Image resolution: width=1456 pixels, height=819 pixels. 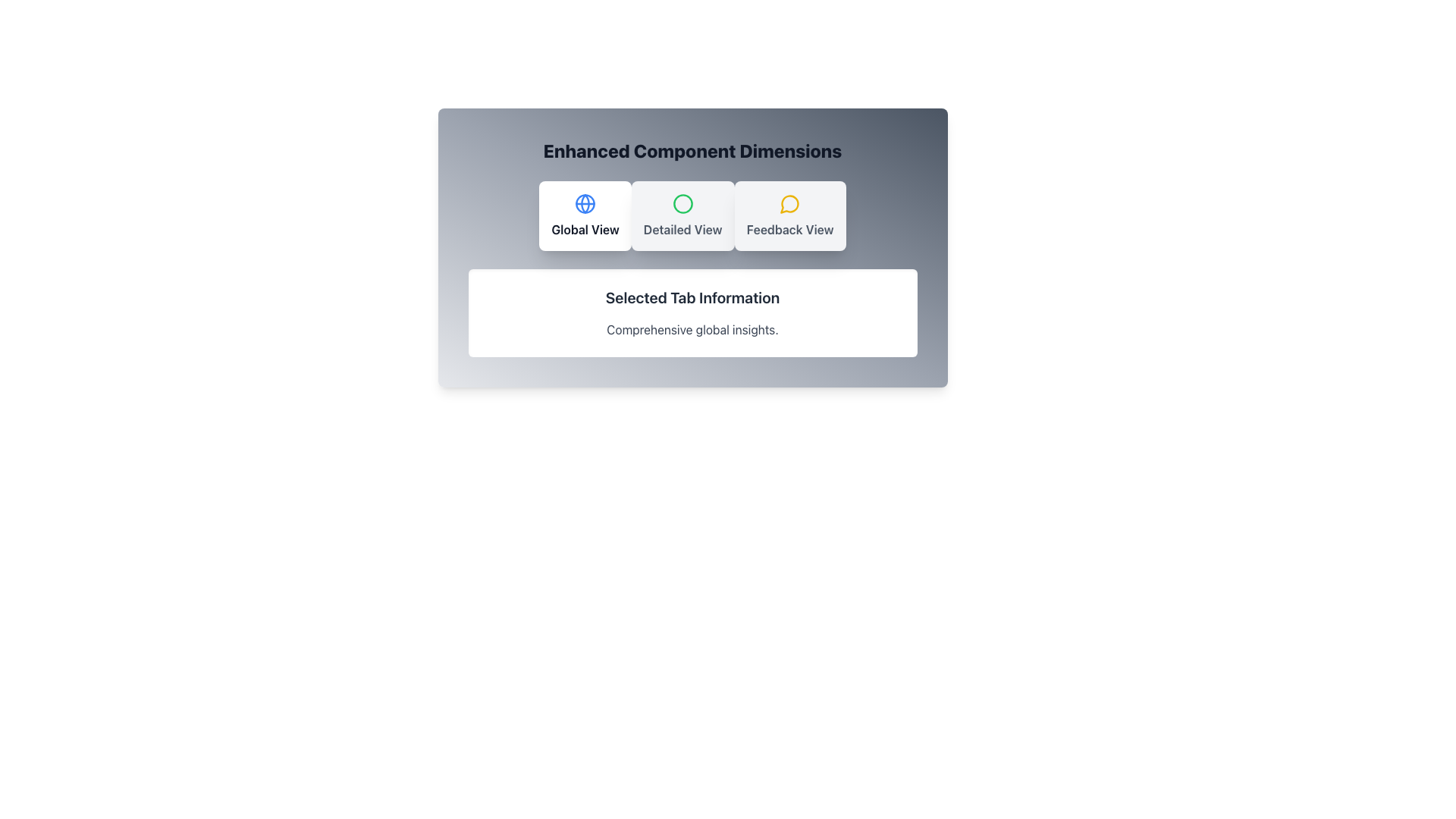 I want to click on the feedback-related icon located in the 'Feedback View' tab, so click(x=789, y=203).